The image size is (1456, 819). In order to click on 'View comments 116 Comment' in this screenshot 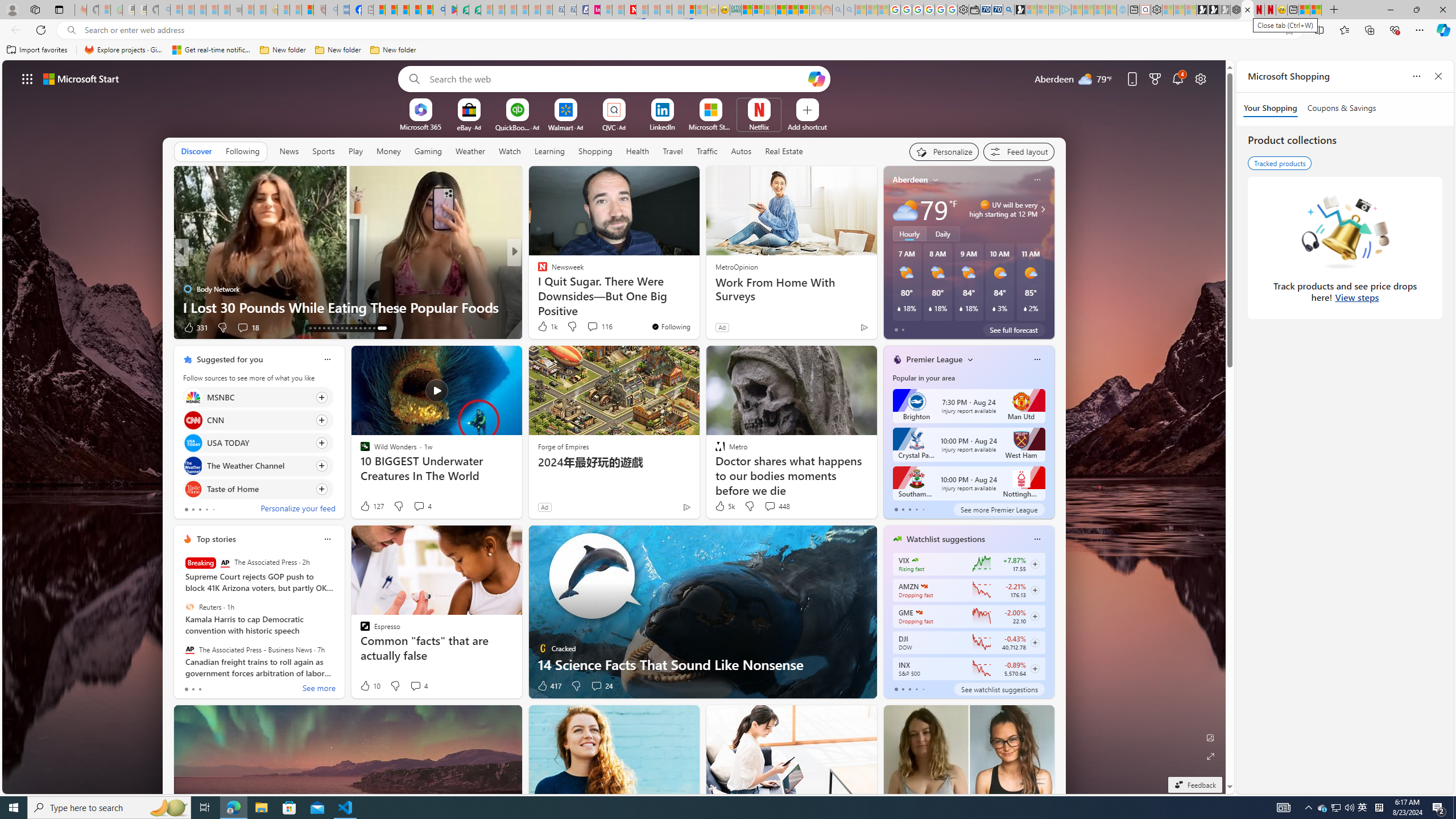, I will do `click(599, 325)`.